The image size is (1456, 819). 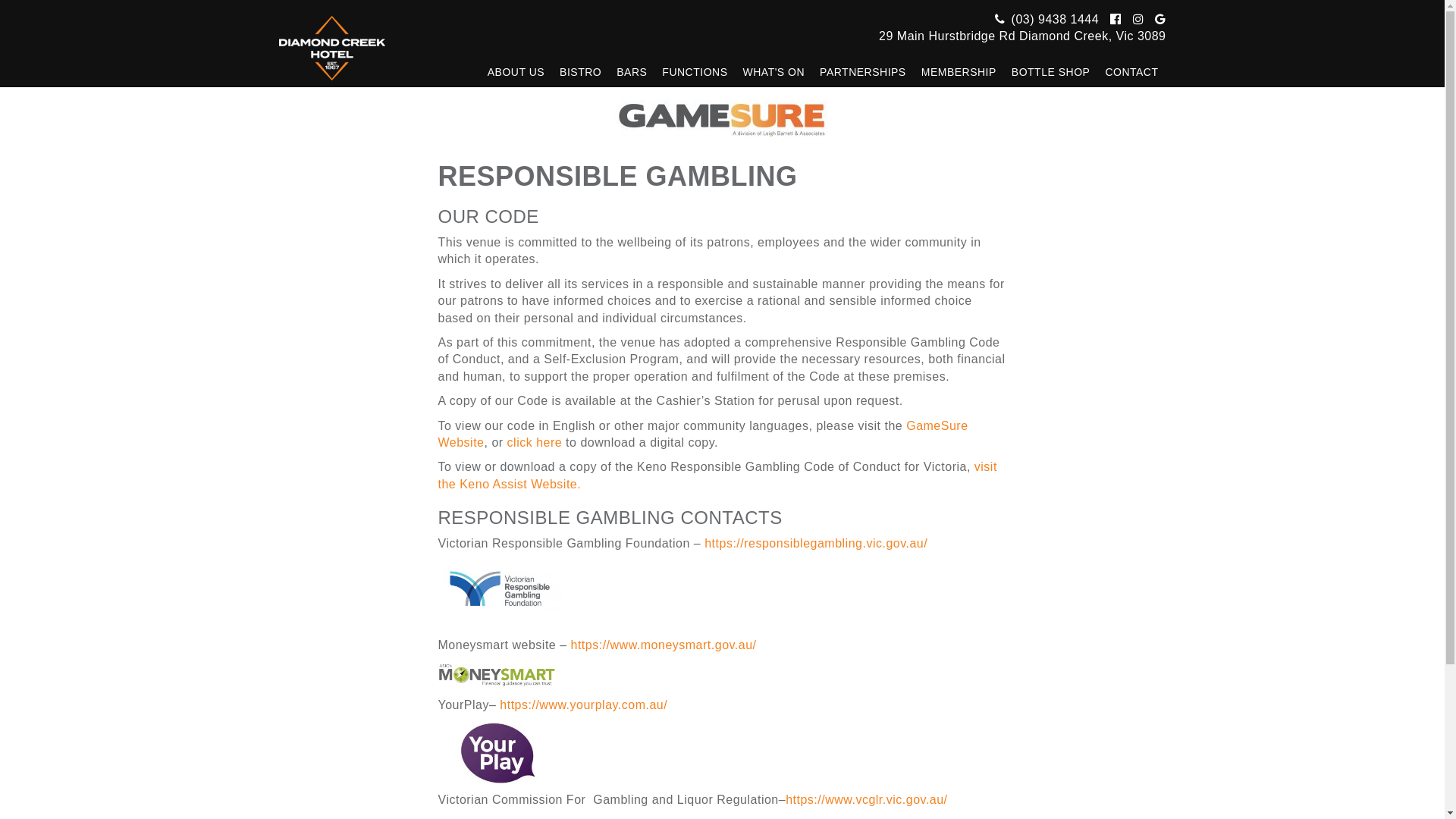 What do you see at coordinates (632, 72) in the screenshot?
I see `'BARS'` at bounding box center [632, 72].